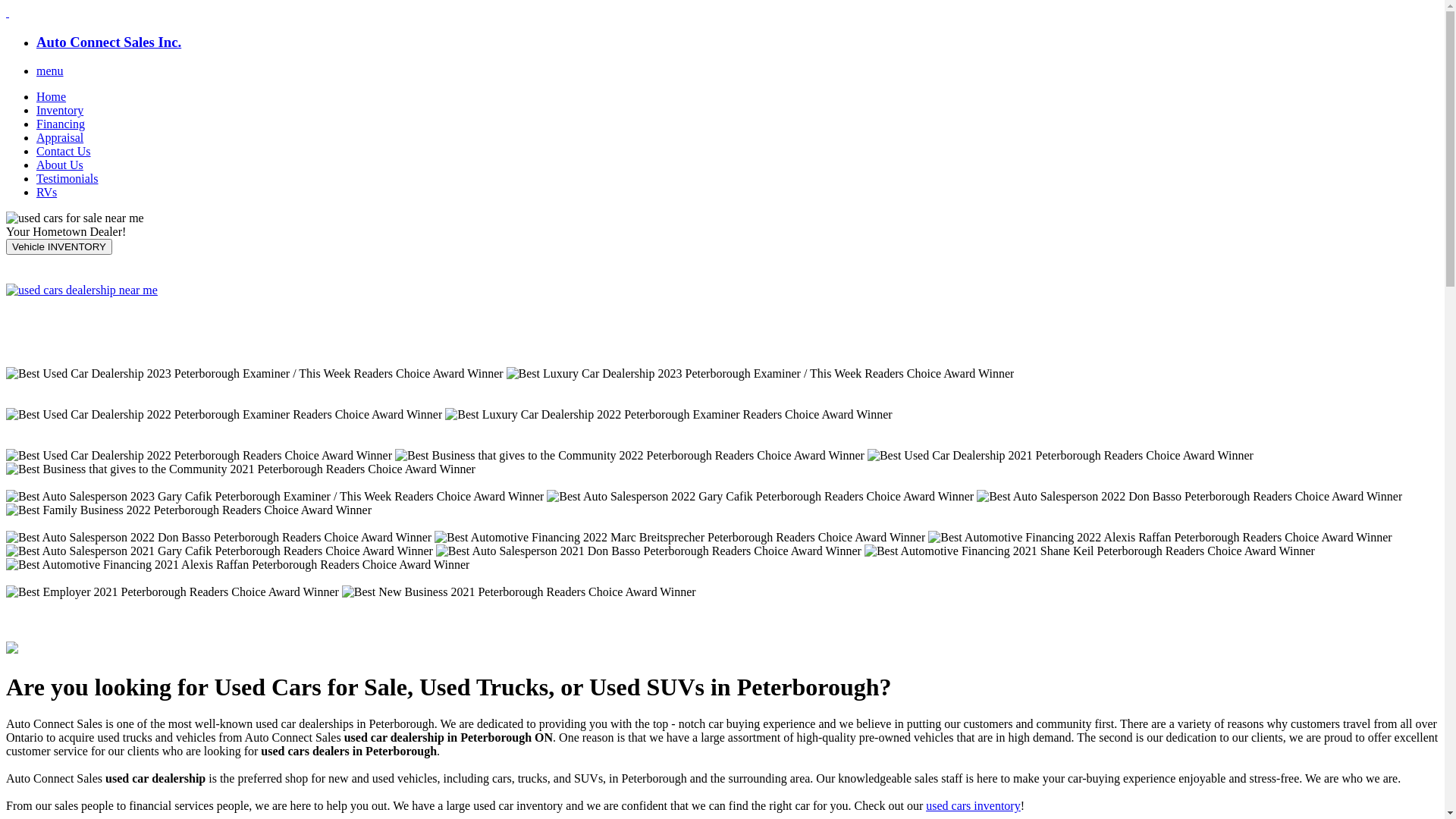  What do you see at coordinates (58, 246) in the screenshot?
I see `'Vehicle INVENTORY'` at bounding box center [58, 246].